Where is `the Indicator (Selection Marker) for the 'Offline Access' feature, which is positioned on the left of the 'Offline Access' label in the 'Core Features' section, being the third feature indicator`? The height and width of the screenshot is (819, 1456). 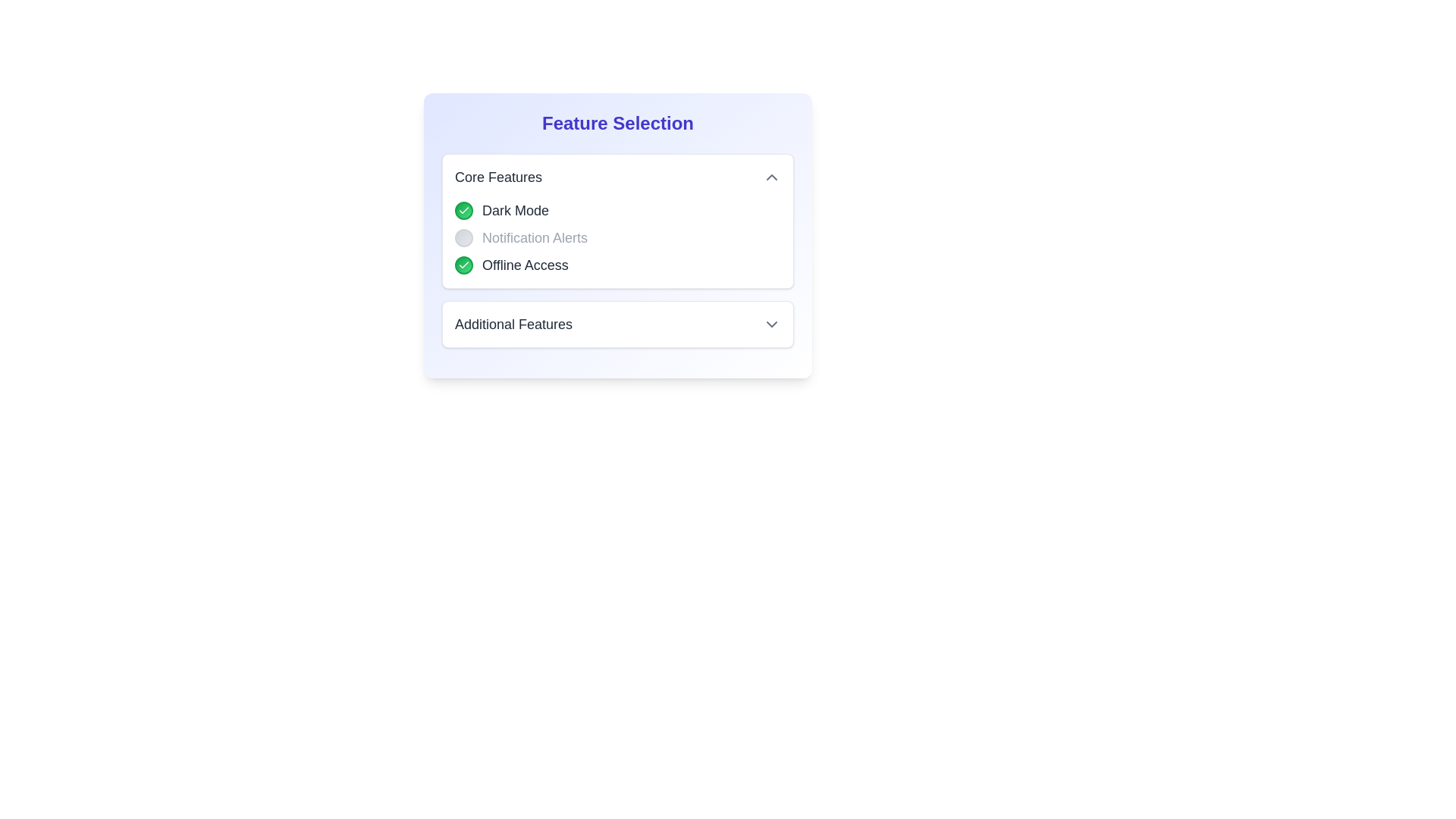 the Indicator (Selection Marker) for the 'Offline Access' feature, which is positioned on the left of the 'Offline Access' label in the 'Core Features' section, being the third feature indicator is located at coordinates (463, 265).